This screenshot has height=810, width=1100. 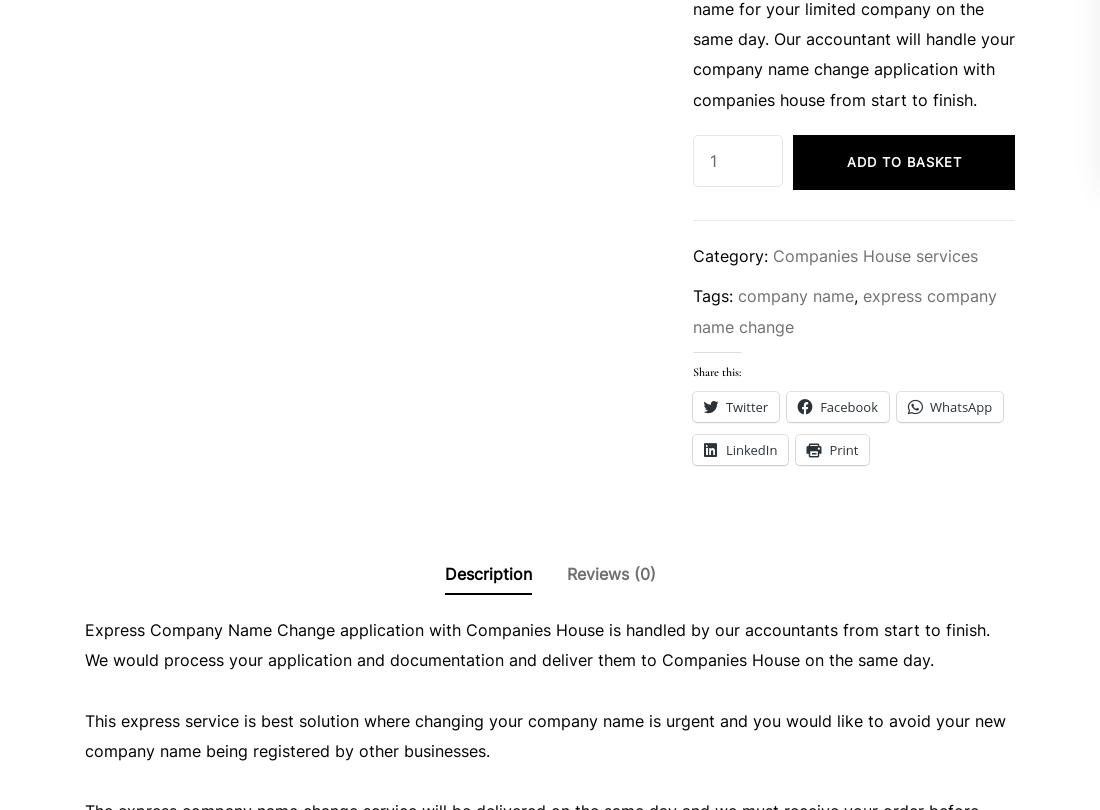 I want to click on 'Reviews (0)', so click(x=564, y=573).